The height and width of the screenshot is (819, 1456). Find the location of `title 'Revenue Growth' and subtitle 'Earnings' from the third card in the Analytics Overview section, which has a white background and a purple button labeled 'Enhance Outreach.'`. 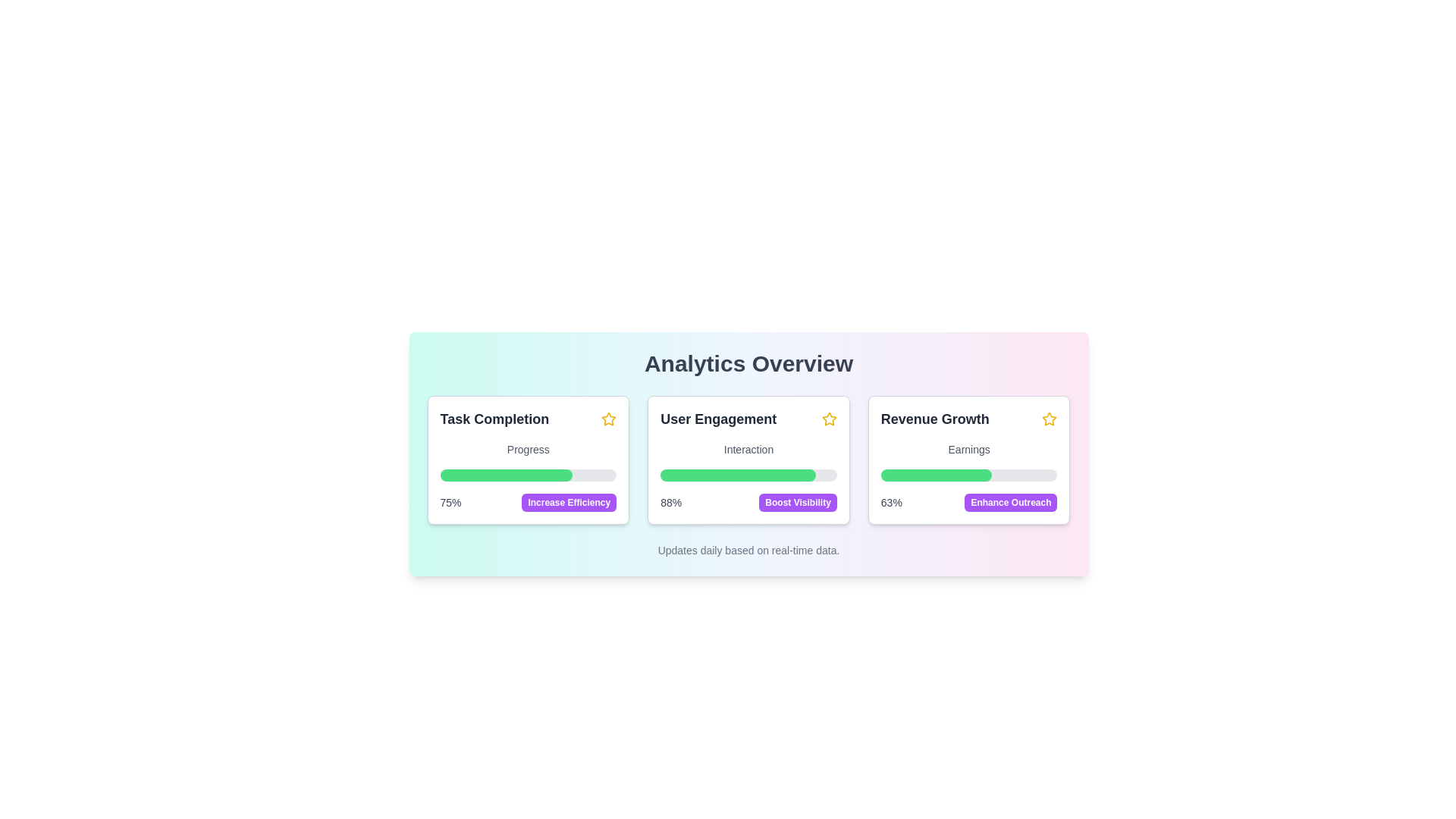

title 'Revenue Growth' and subtitle 'Earnings' from the third card in the Analytics Overview section, which has a white background and a purple button labeled 'Enhance Outreach.' is located at coordinates (968, 459).